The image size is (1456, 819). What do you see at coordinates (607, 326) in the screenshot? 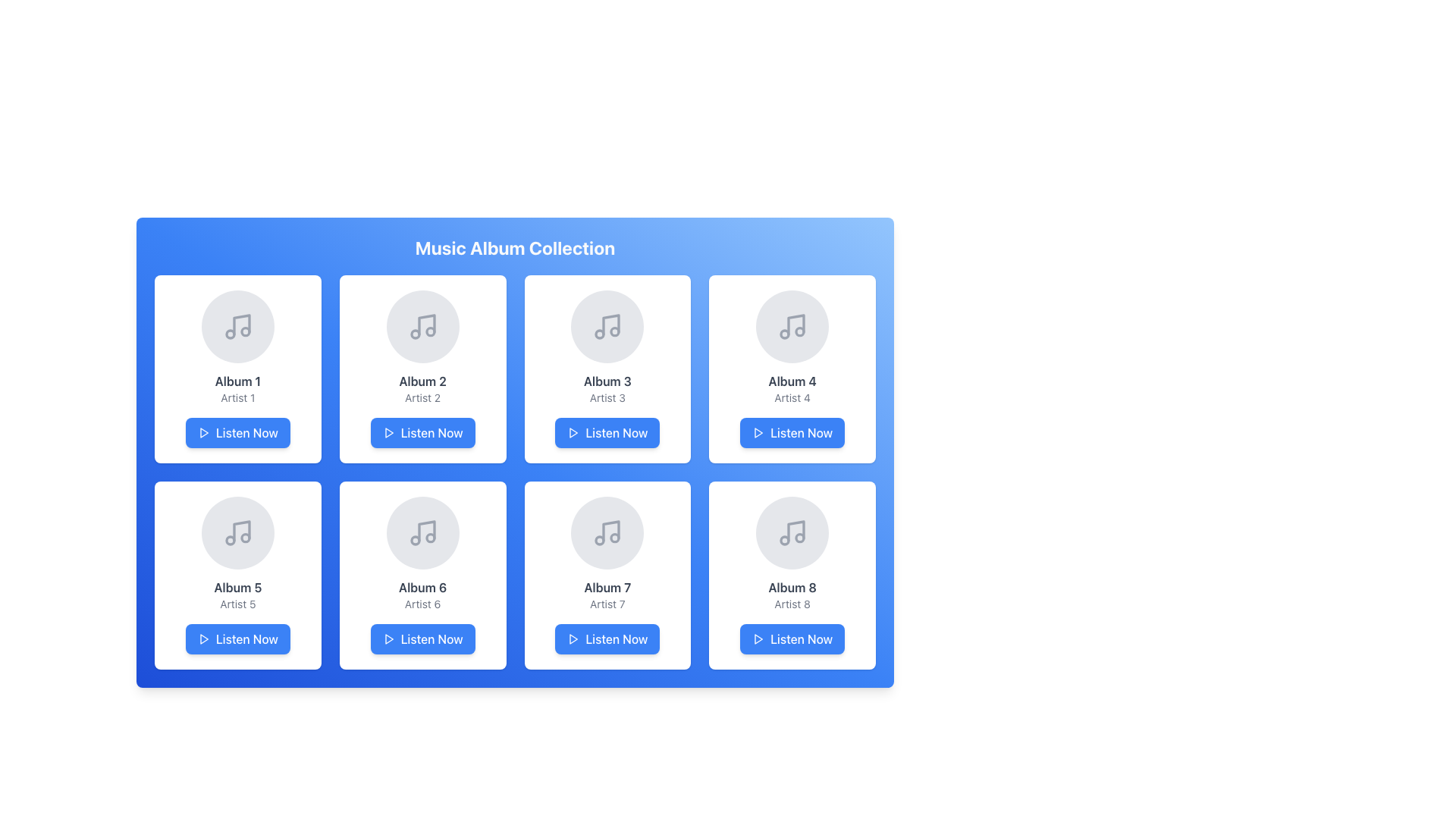
I see `the Icon representing 'Album 3' in the music album collection, which is the third icon in the row under the title 'Album 3 Artist 3'` at bounding box center [607, 326].